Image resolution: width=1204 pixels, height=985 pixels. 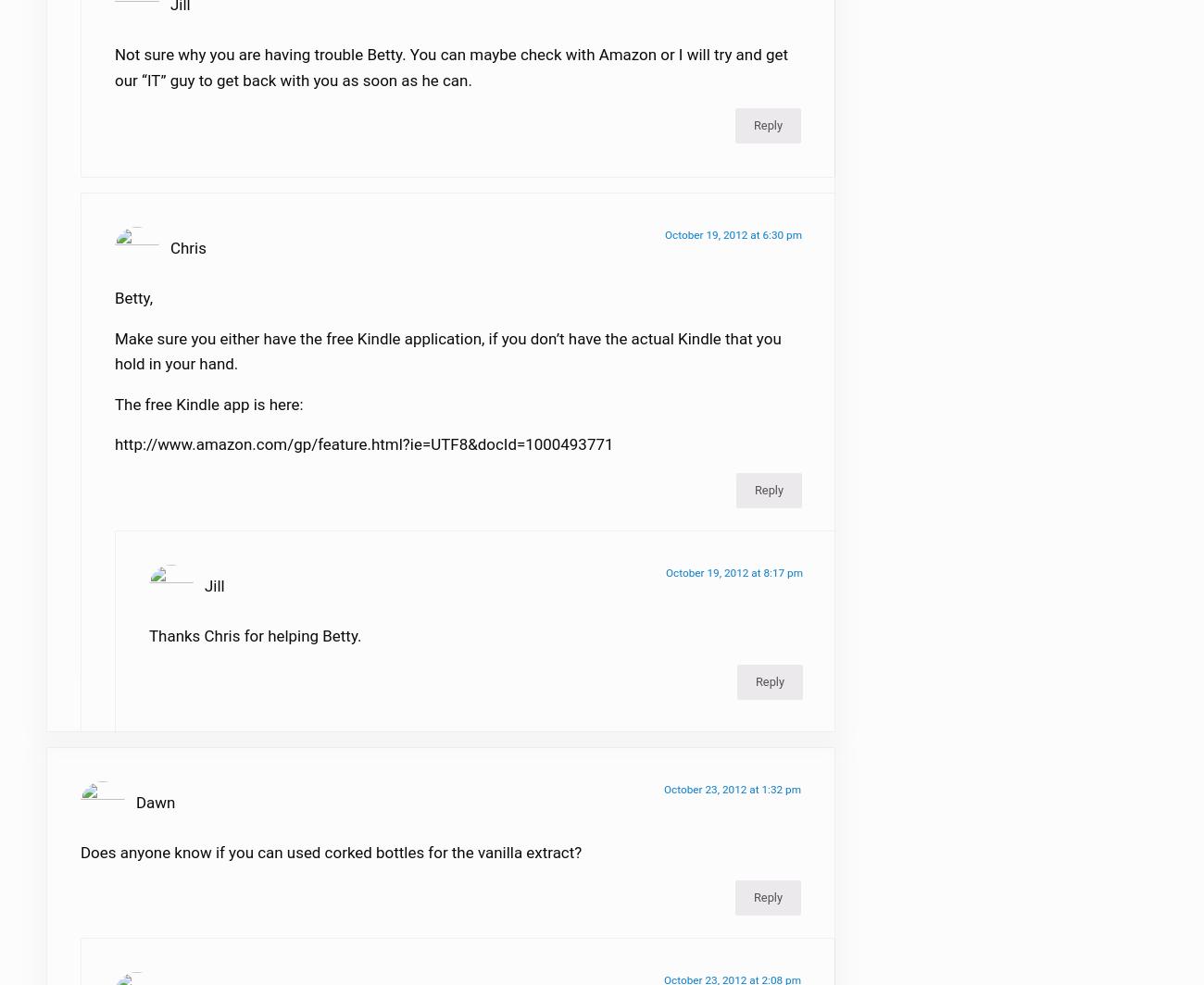 What do you see at coordinates (446, 362) in the screenshot?
I see `'Make sure you either have the free Kindle application, if you don’t have the actual Kindle that you hold in your hand.'` at bounding box center [446, 362].